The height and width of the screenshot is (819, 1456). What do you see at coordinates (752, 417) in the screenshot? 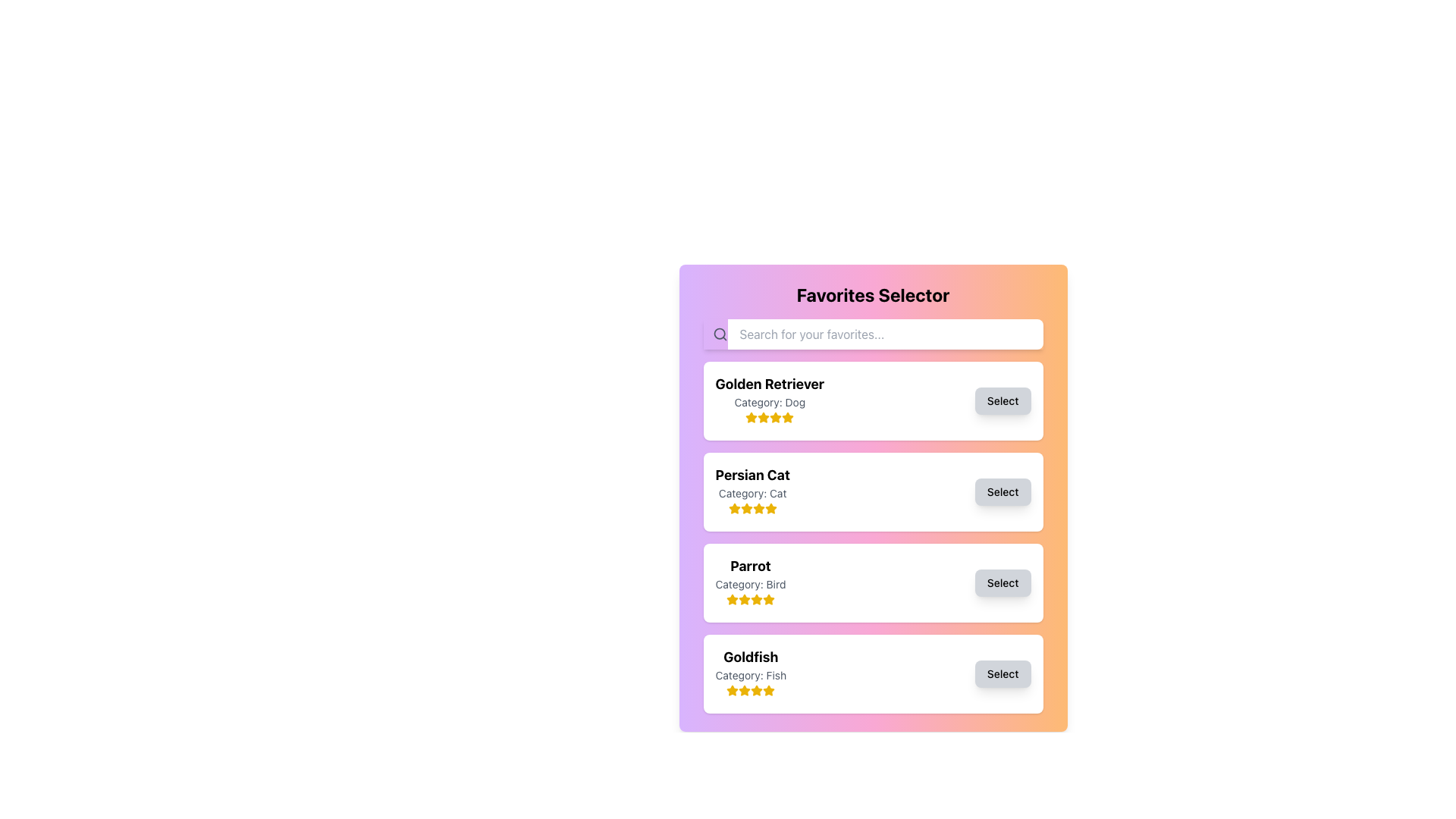
I see `the second star icon in the Favorites Selector interface for the 'Golden Retriever' item, which is used for rating` at bounding box center [752, 417].